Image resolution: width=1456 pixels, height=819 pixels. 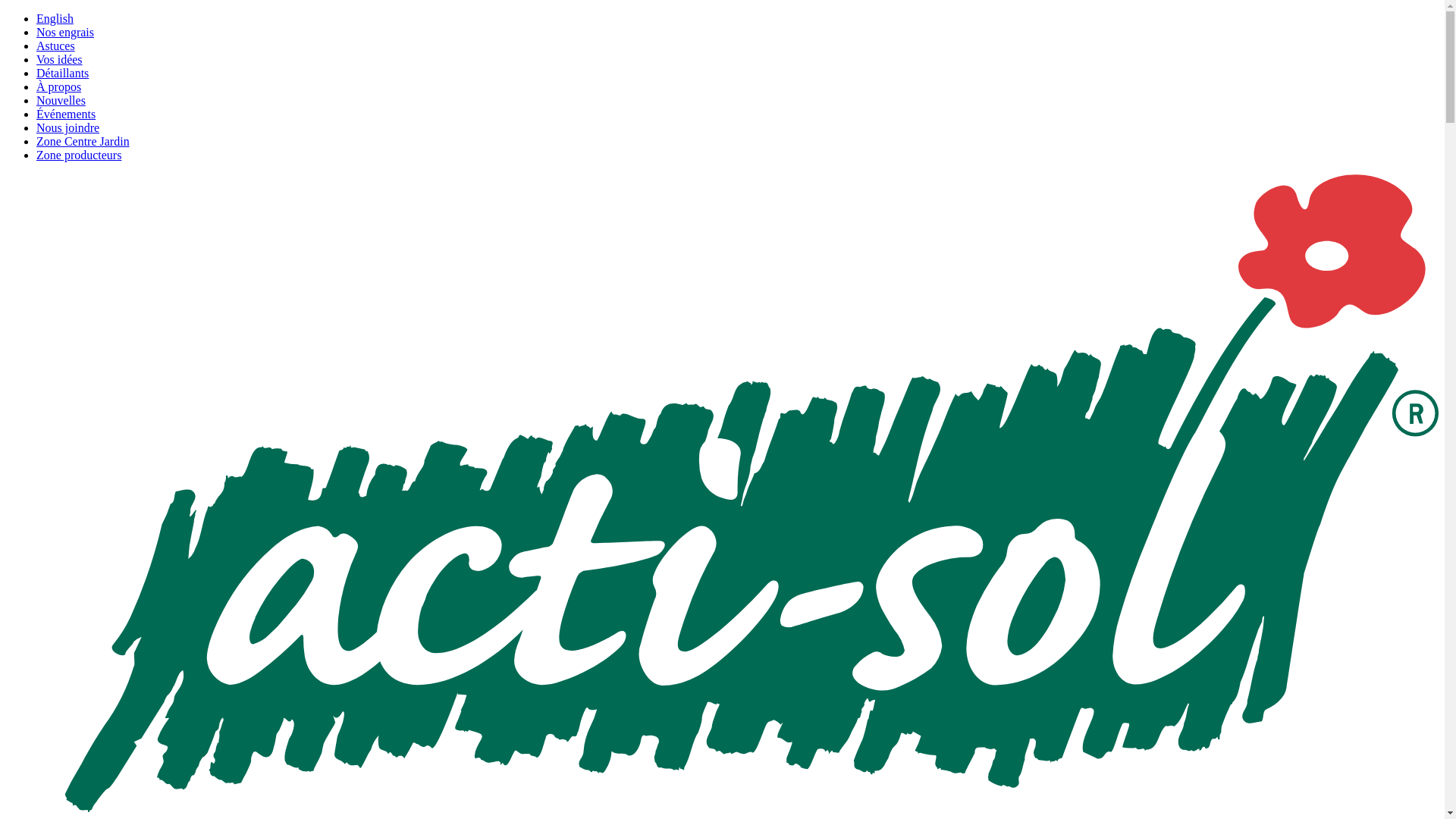 I want to click on 'Zone producteurs', so click(x=36, y=155).